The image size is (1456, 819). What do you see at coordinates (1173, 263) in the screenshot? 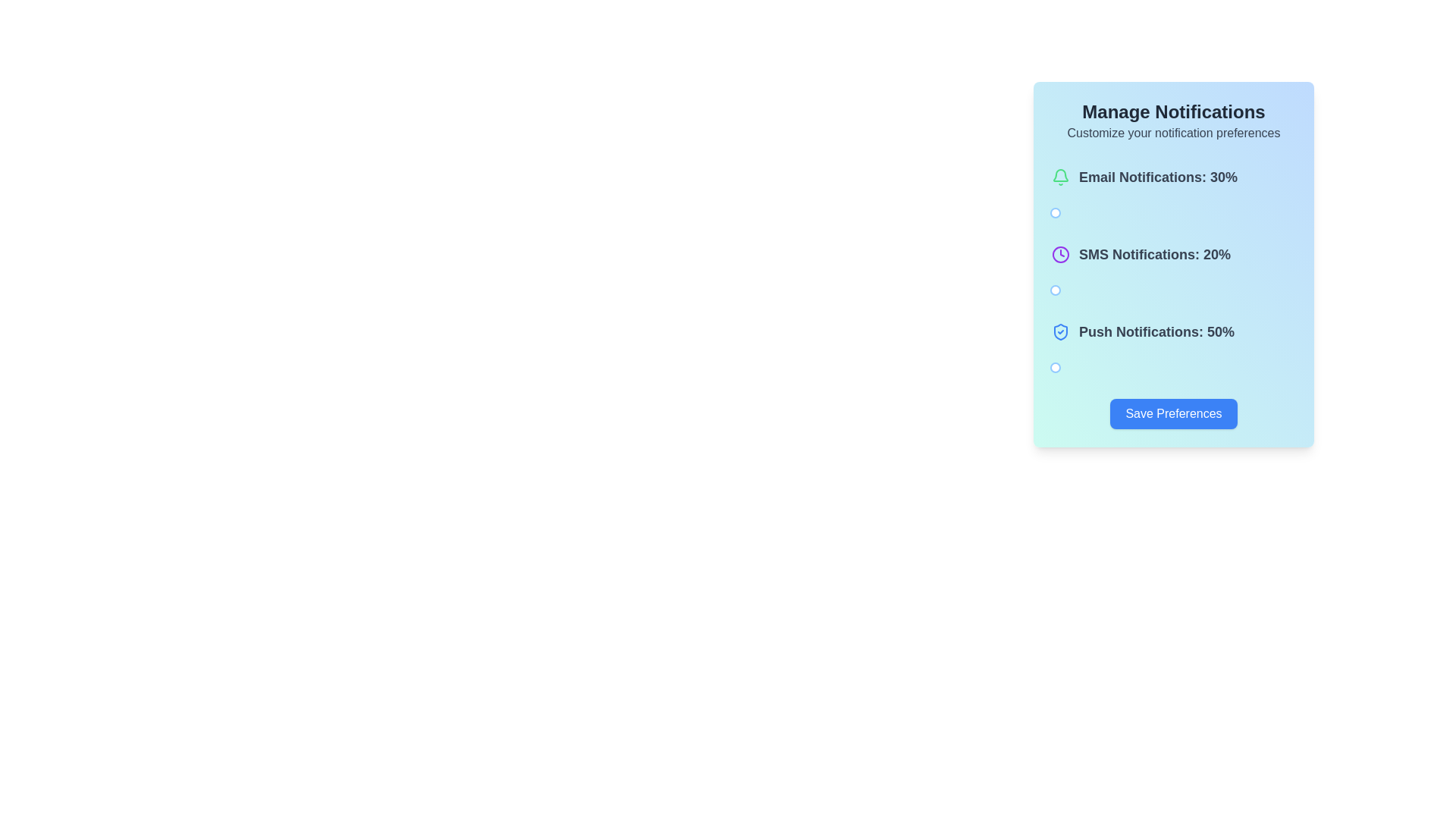
I see `the text label displaying 'SMS Notifications: 20%' which is styled in bold, gray text and is positioned between 'Email Notifications' and 'Push Notifications' in the notification management panel` at bounding box center [1173, 263].